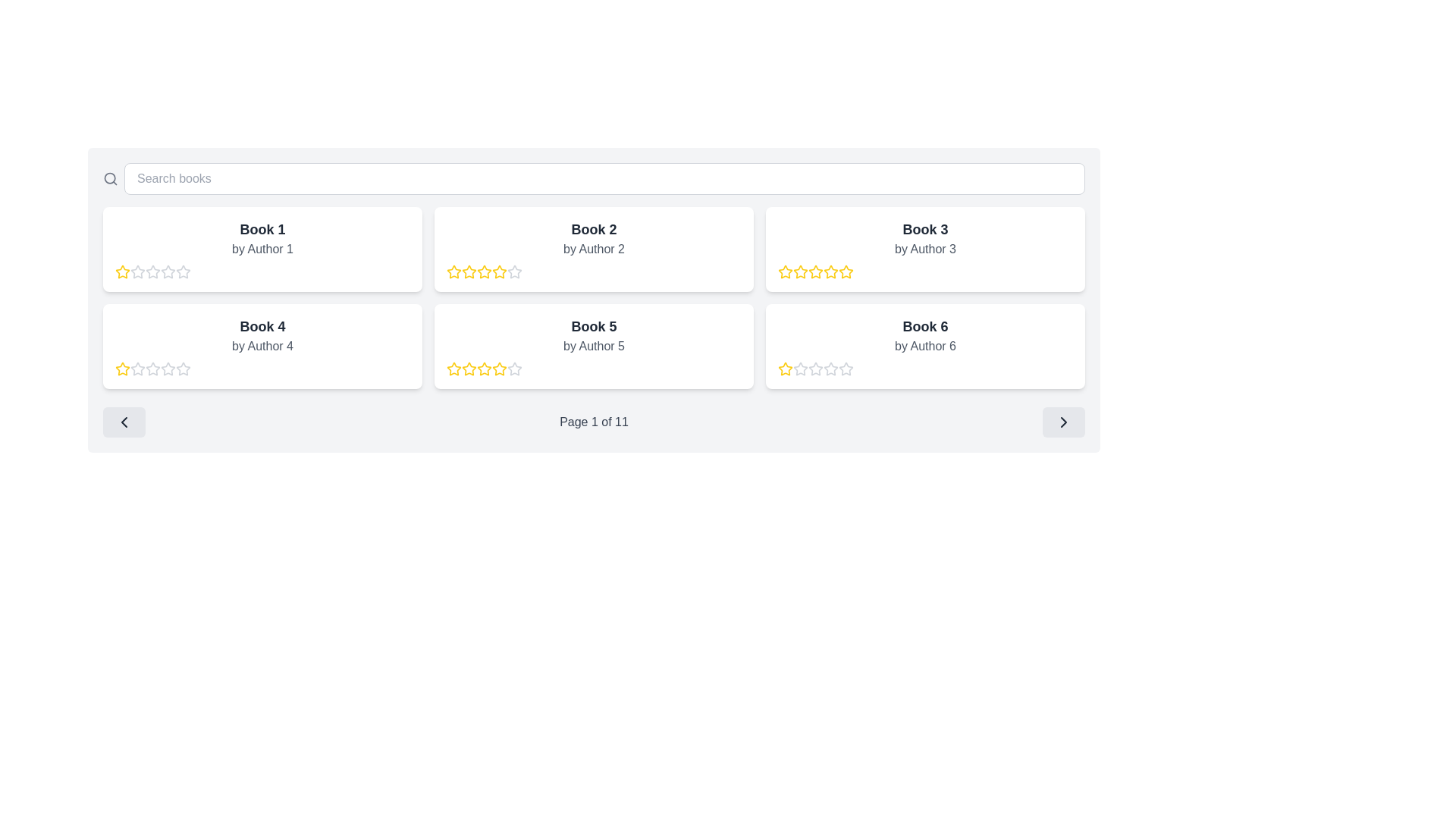  Describe the element at coordinates (800, 271) in the screenshot. I see `the second rating star under 'Book 3 by Author 3'` at that location.